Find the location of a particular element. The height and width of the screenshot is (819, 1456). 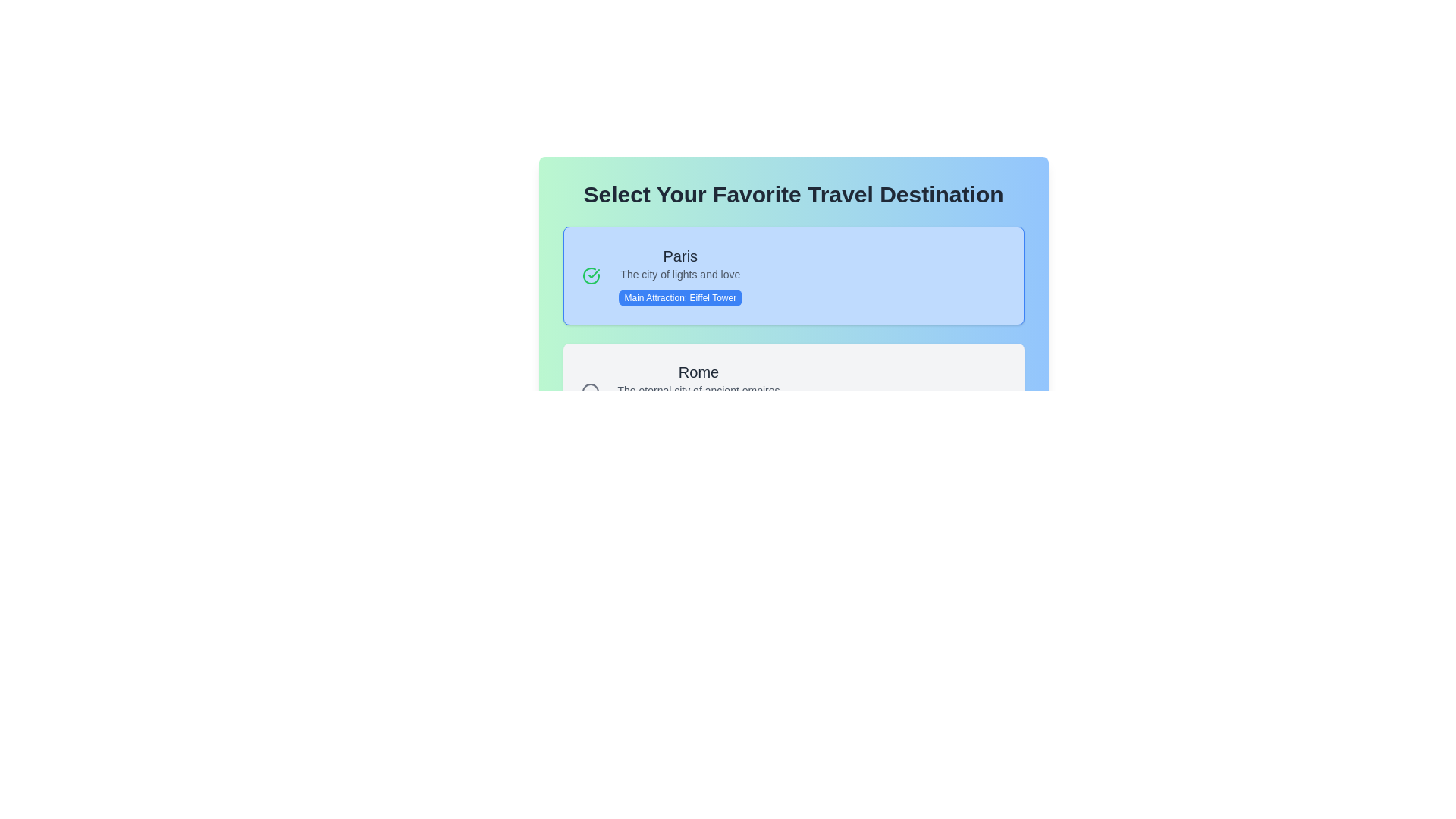

the text label displaying 'Paris', which is prominently styled in bold and dark gray color, located at the upper middle area of a highlighted card in the travel destinations list is located at coordinates (679, 256).